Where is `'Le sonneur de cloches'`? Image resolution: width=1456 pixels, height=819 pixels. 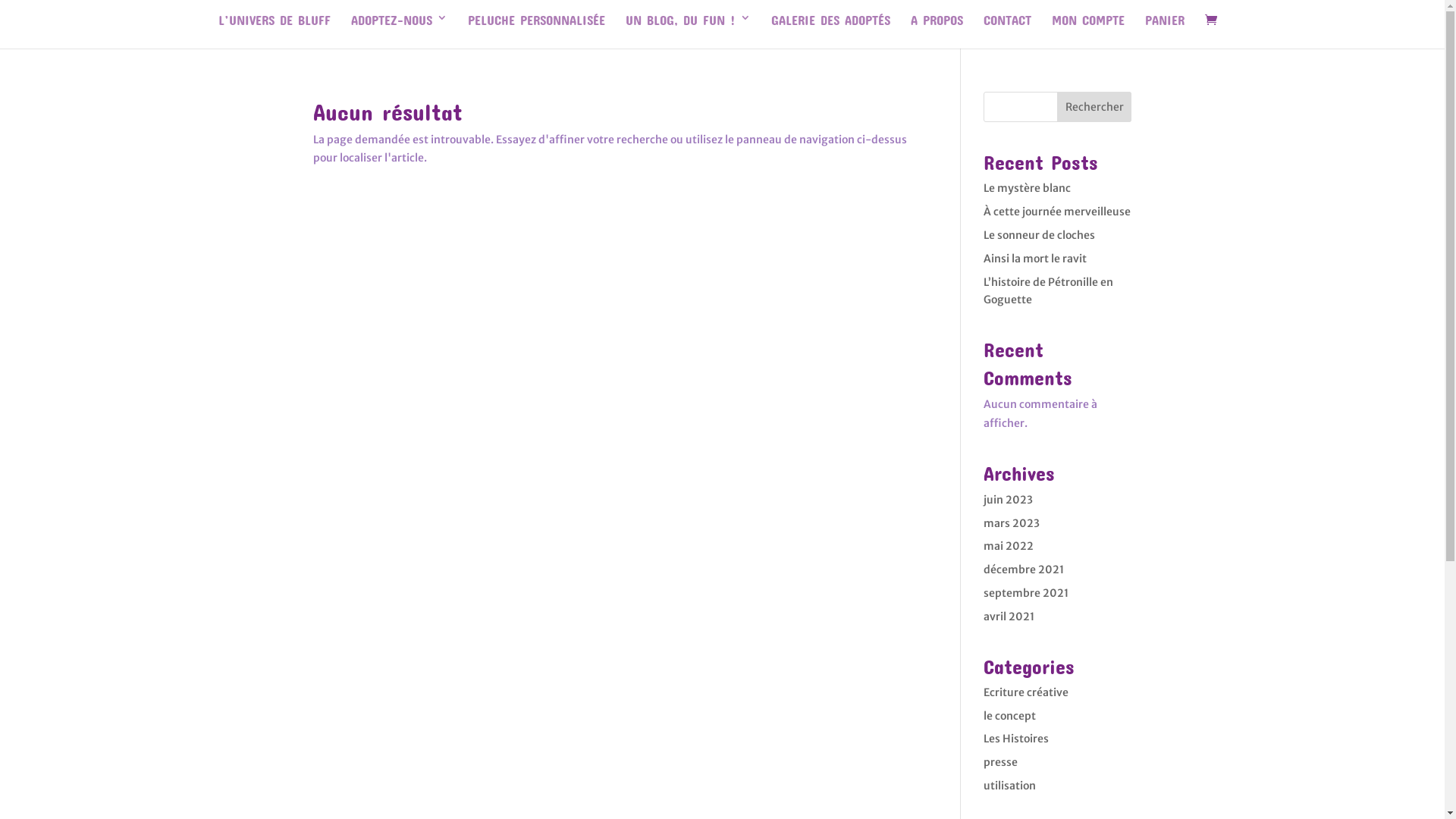 'Le sonneur de cloches' is located at coordinates (1038, 234).